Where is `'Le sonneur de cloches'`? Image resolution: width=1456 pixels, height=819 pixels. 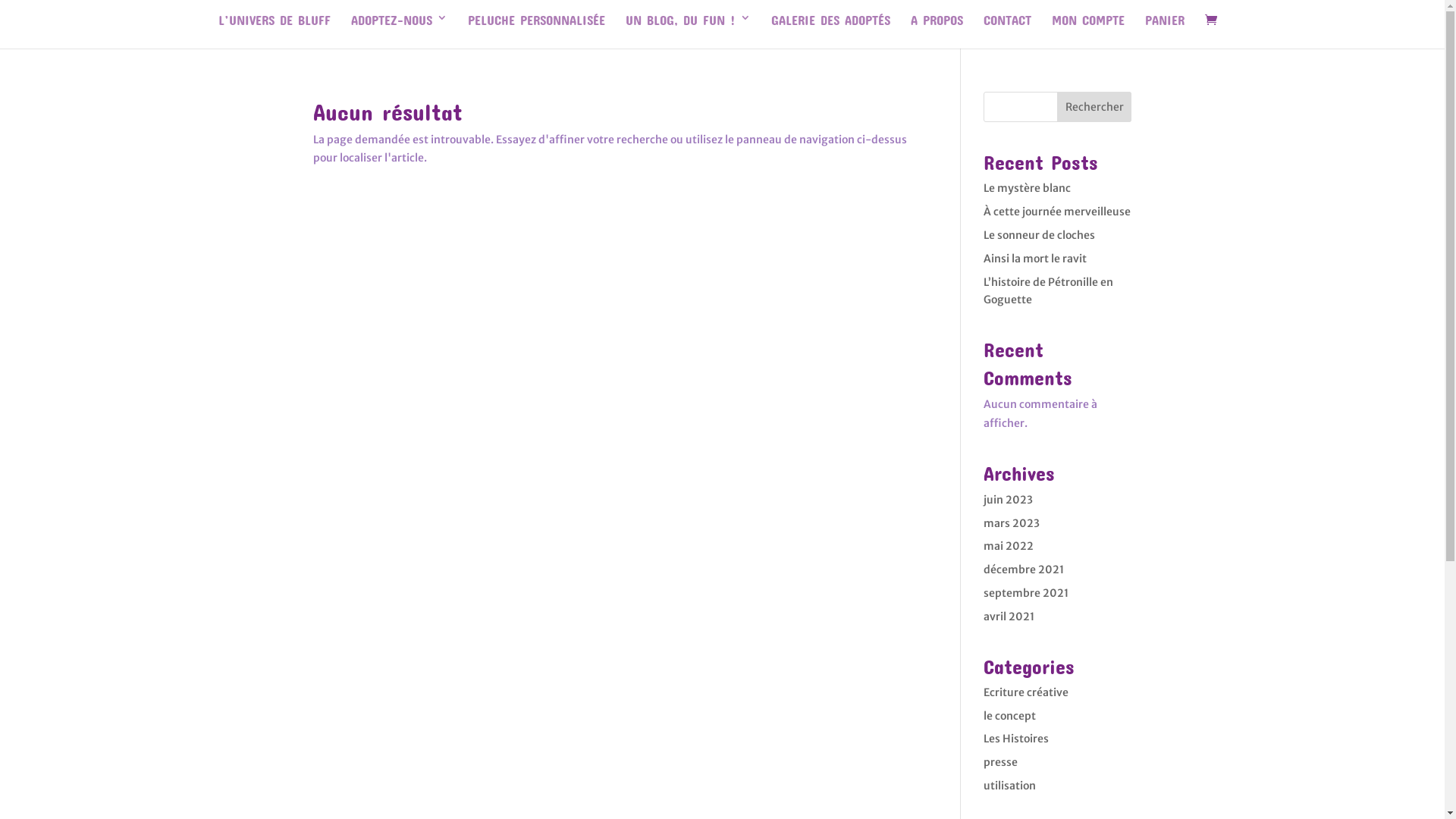 'Le sonneur de cloches' is located at coordinates (1038, 234).